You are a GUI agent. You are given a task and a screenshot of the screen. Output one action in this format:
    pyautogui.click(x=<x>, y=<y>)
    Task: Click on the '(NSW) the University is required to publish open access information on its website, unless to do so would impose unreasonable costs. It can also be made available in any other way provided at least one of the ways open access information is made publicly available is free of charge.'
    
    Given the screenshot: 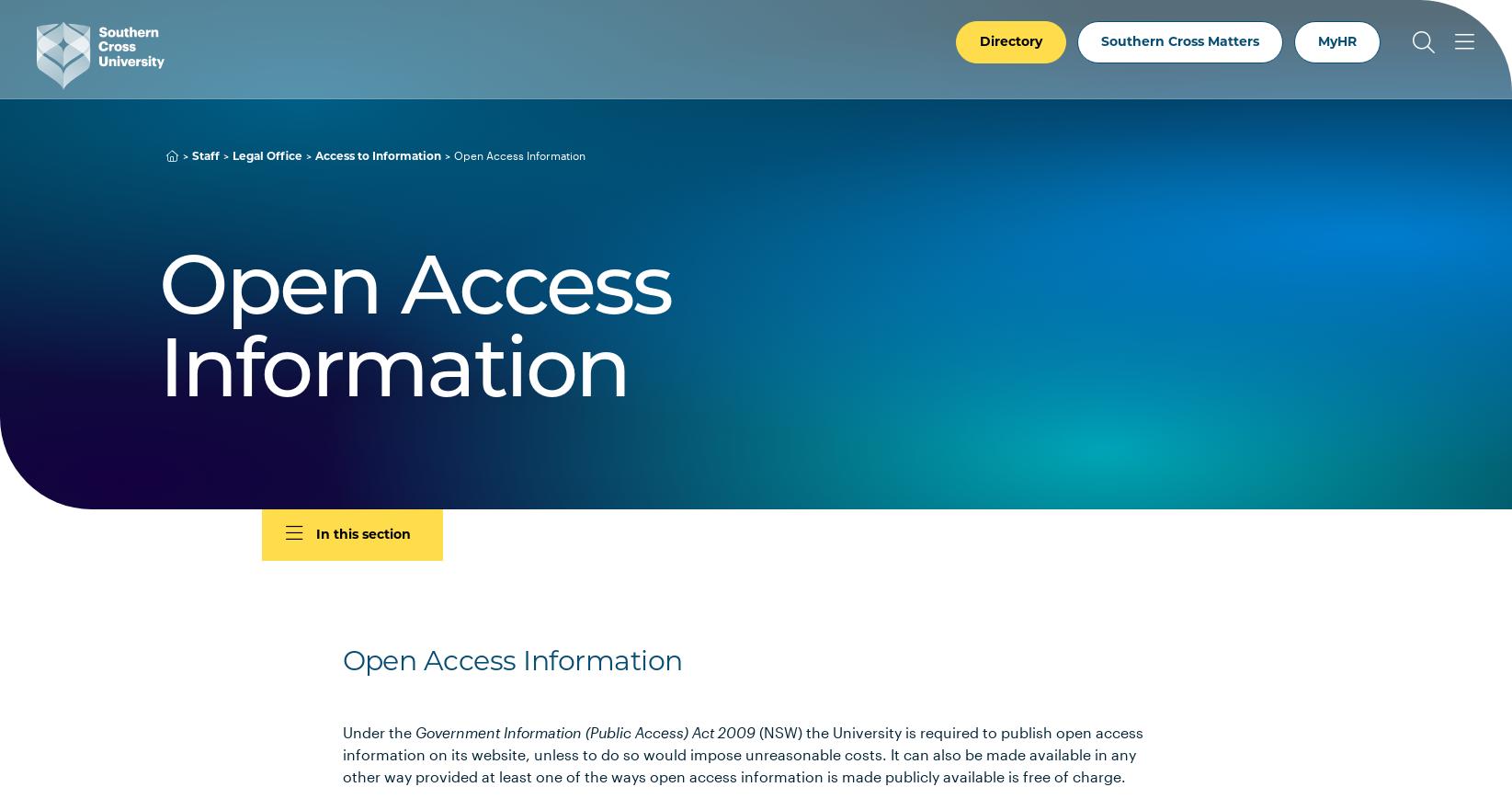 What is the action you would take?
    pyautogui.click(x=742, y=753)
    